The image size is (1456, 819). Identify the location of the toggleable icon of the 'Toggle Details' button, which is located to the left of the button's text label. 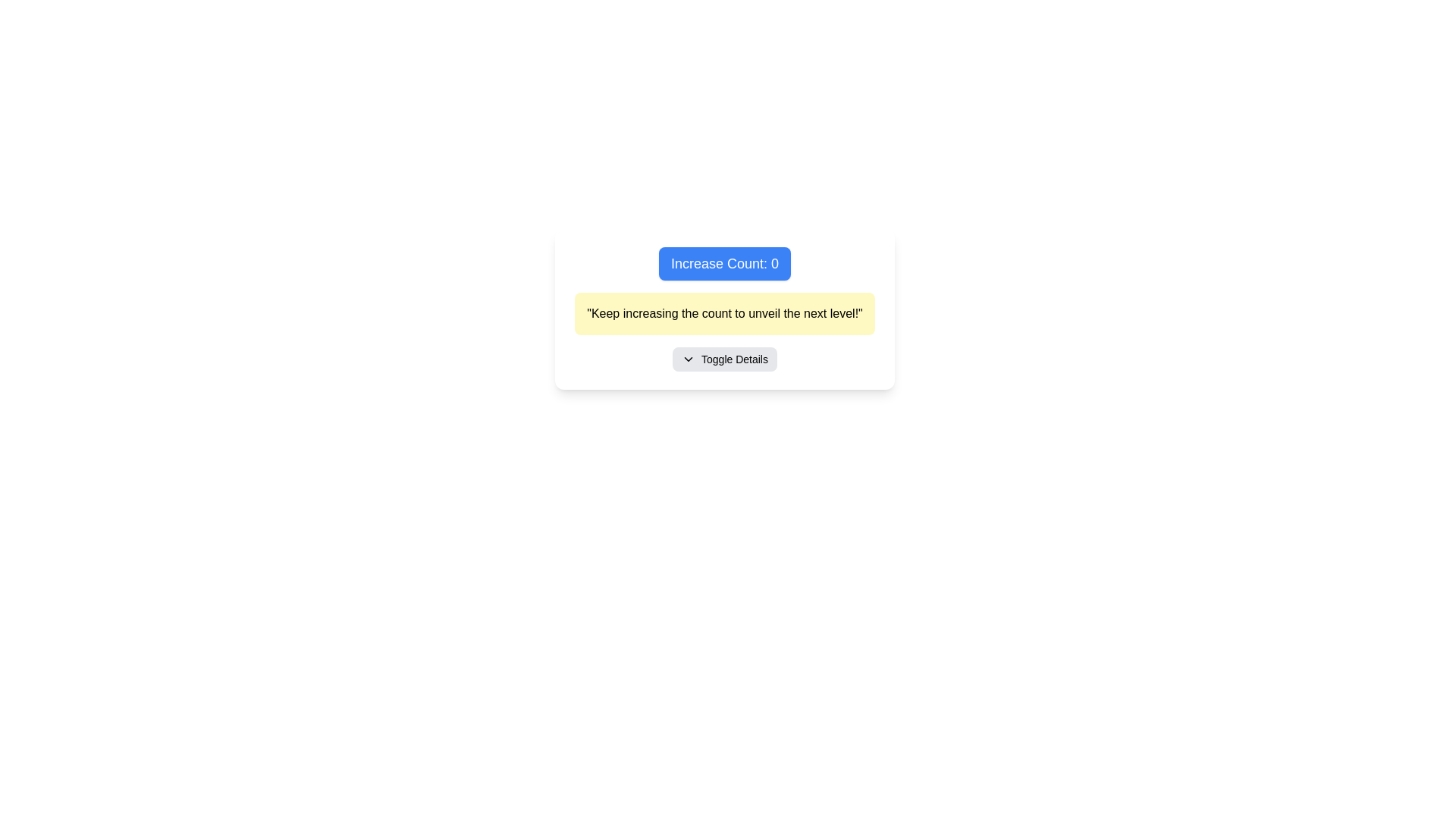
(687, 359).